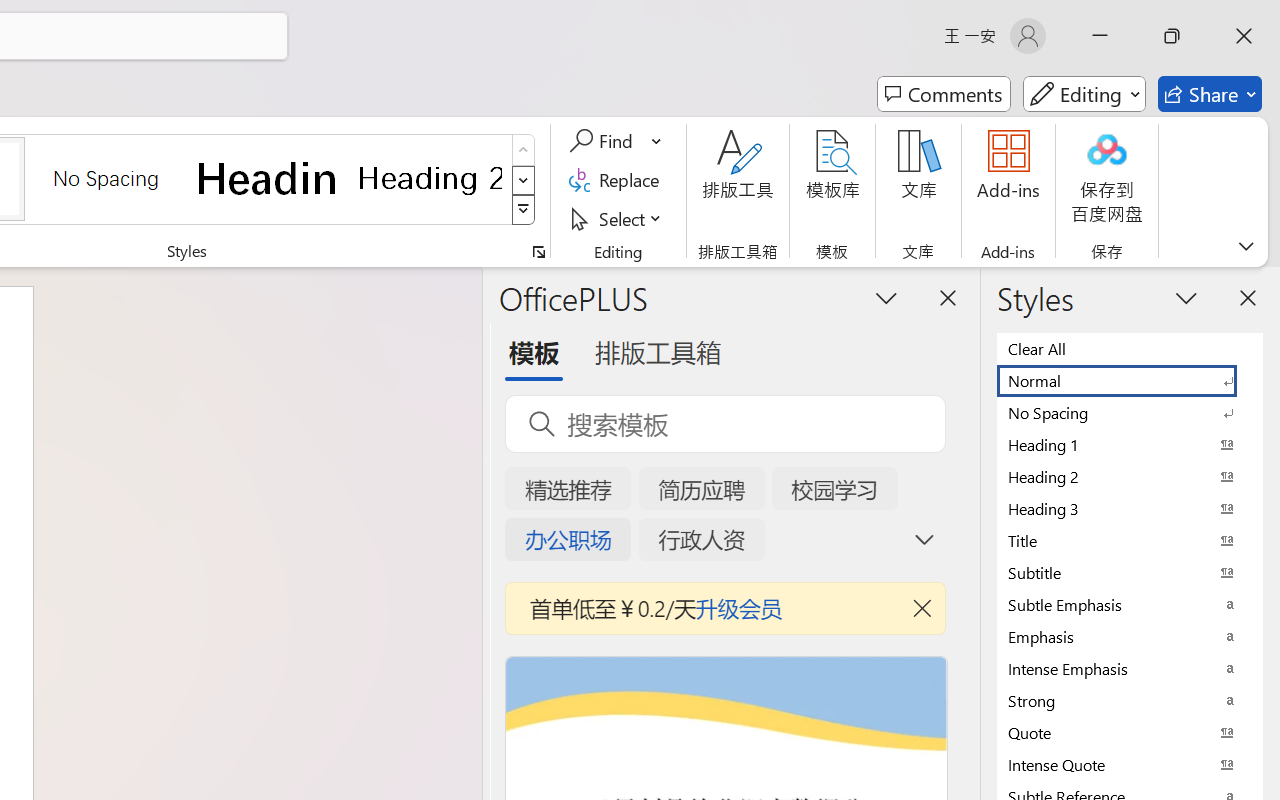 The width and height of the screenshot is (1280, 800). Describe the element at coordinates (1130, 379) in the screenshot. I see `'Normal'` at that location.